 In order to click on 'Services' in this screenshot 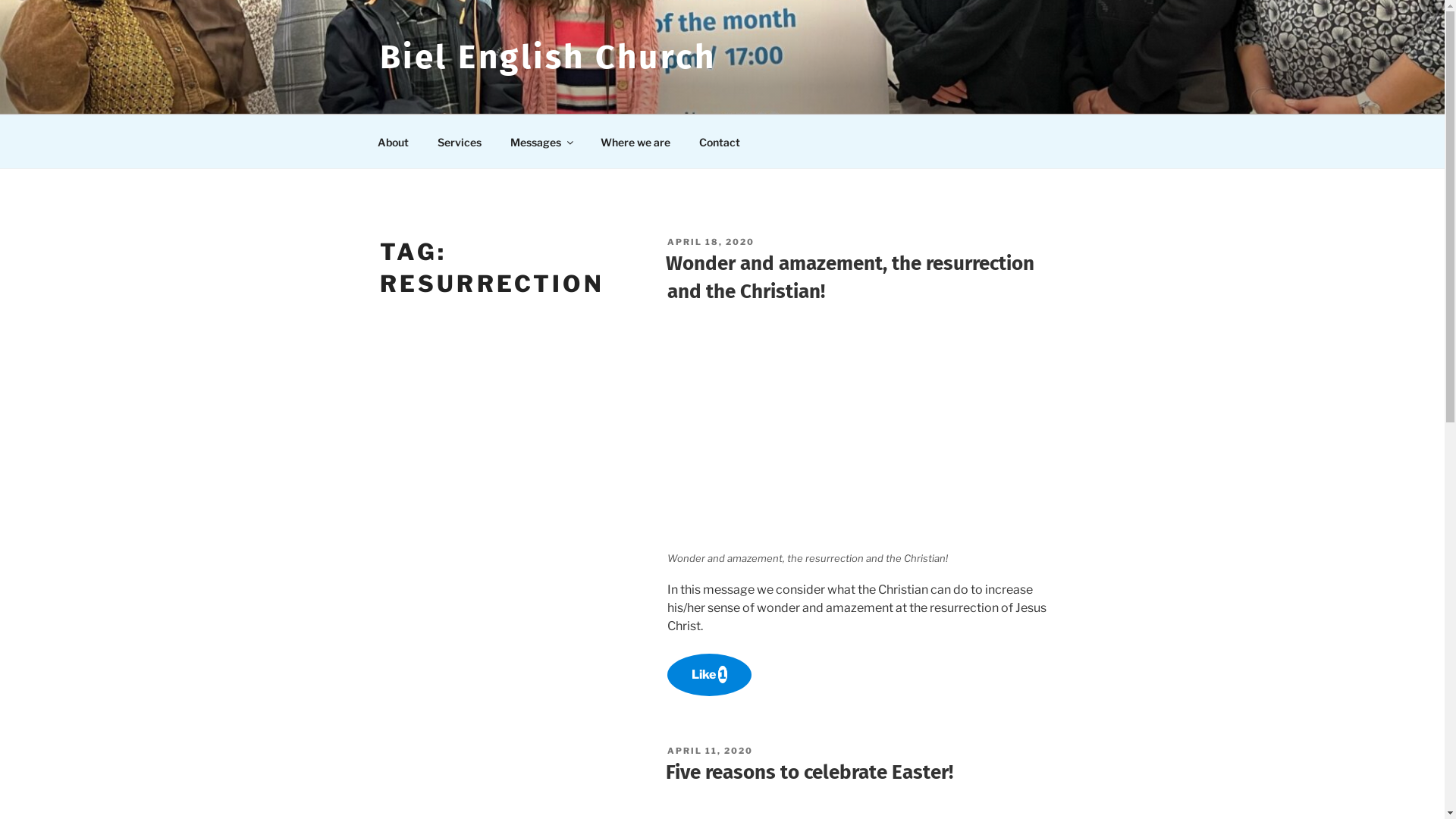, I will do `click(425, 141)`.